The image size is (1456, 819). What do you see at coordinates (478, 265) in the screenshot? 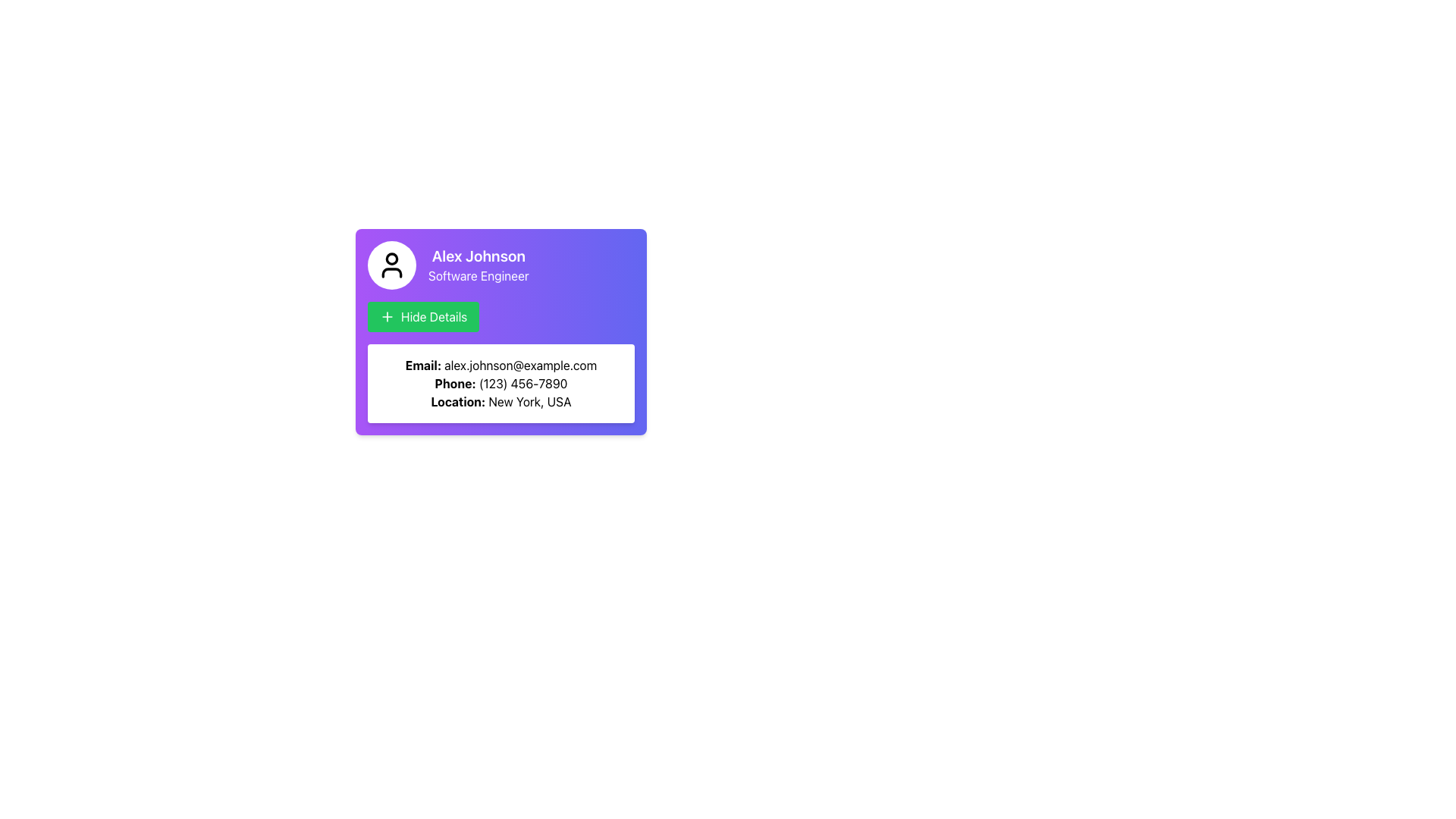
I see `the Text Block displaying the name and job title of the individual on the profile card, located within a purple panel to the right of the circular avatar icon and above the green button labeled 'Hide Details.'` at bounding box center [478, 265].